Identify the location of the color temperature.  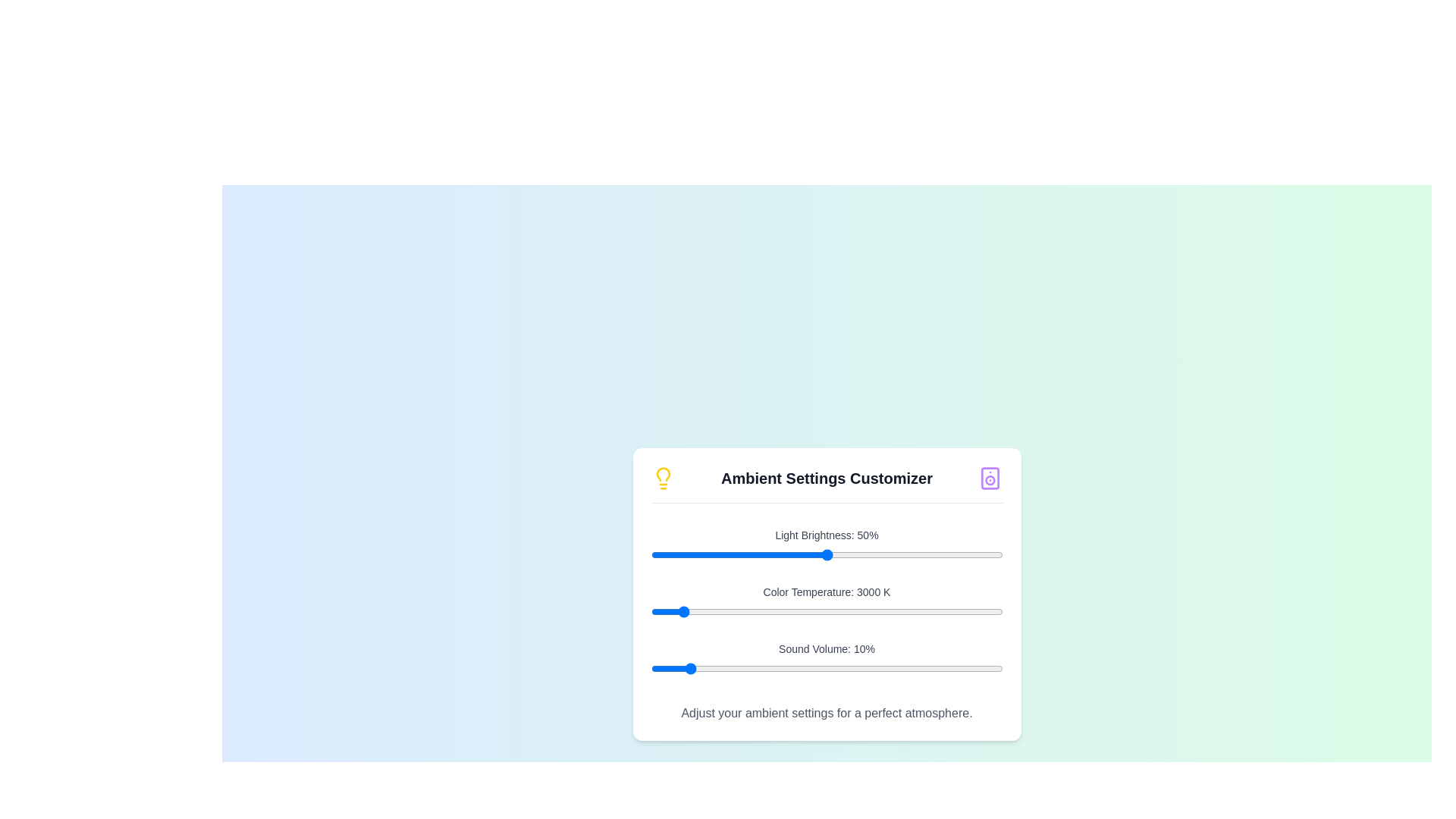
(852, 610).